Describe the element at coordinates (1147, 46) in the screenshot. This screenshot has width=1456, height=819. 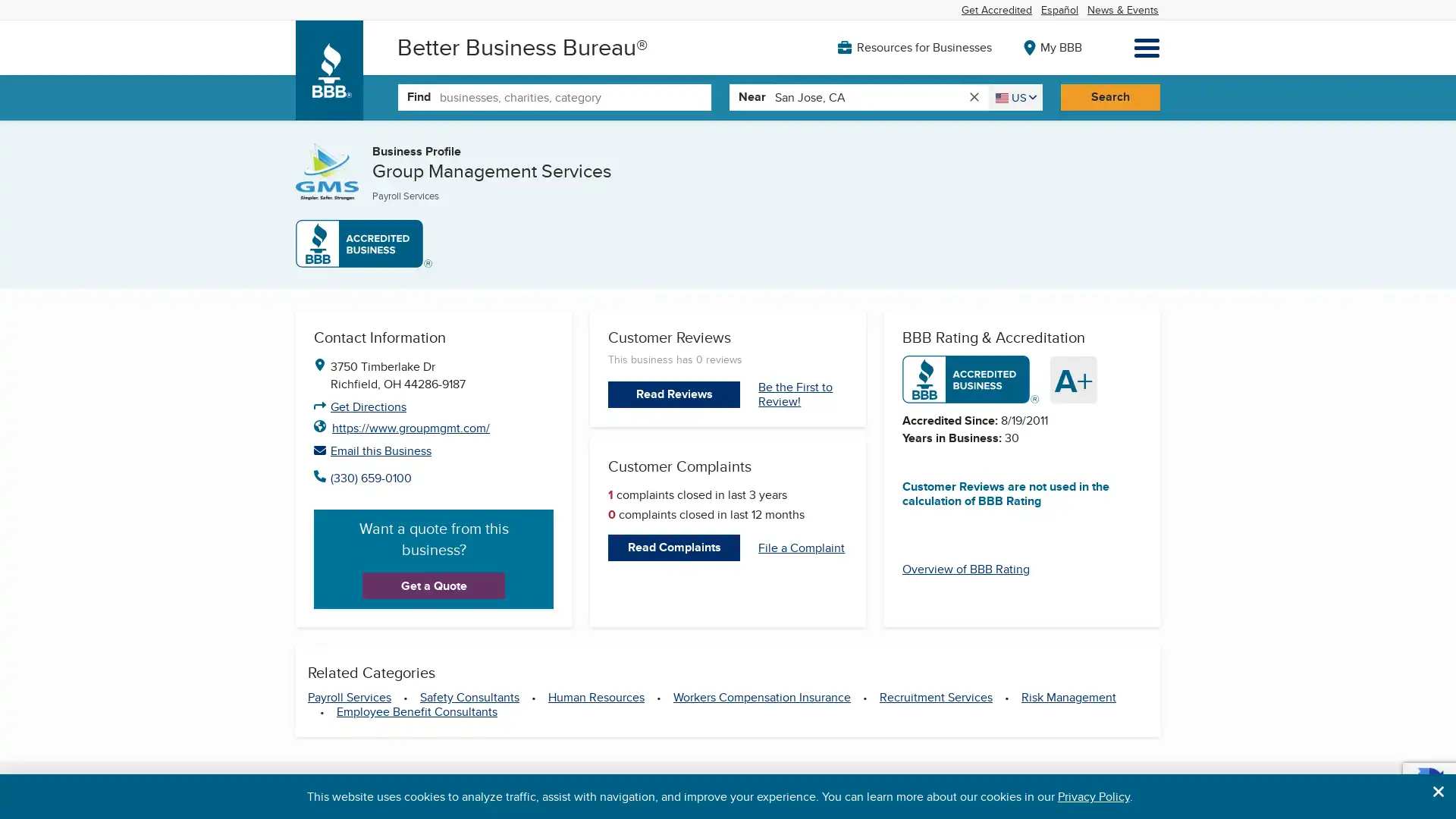
I see `Menu` at that location.